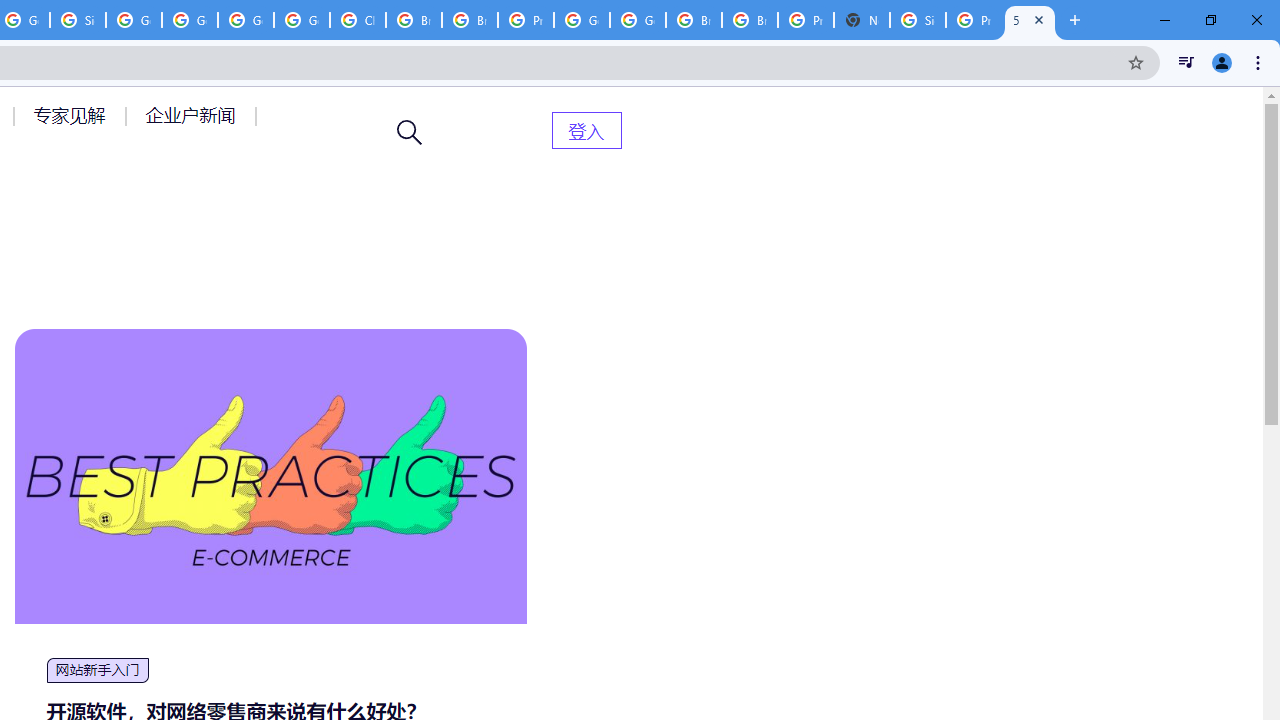 Image resolution: width=1280 pixels, height=720 pixels. I want to click on 'Google Cloud Platform', so click(637, 20).